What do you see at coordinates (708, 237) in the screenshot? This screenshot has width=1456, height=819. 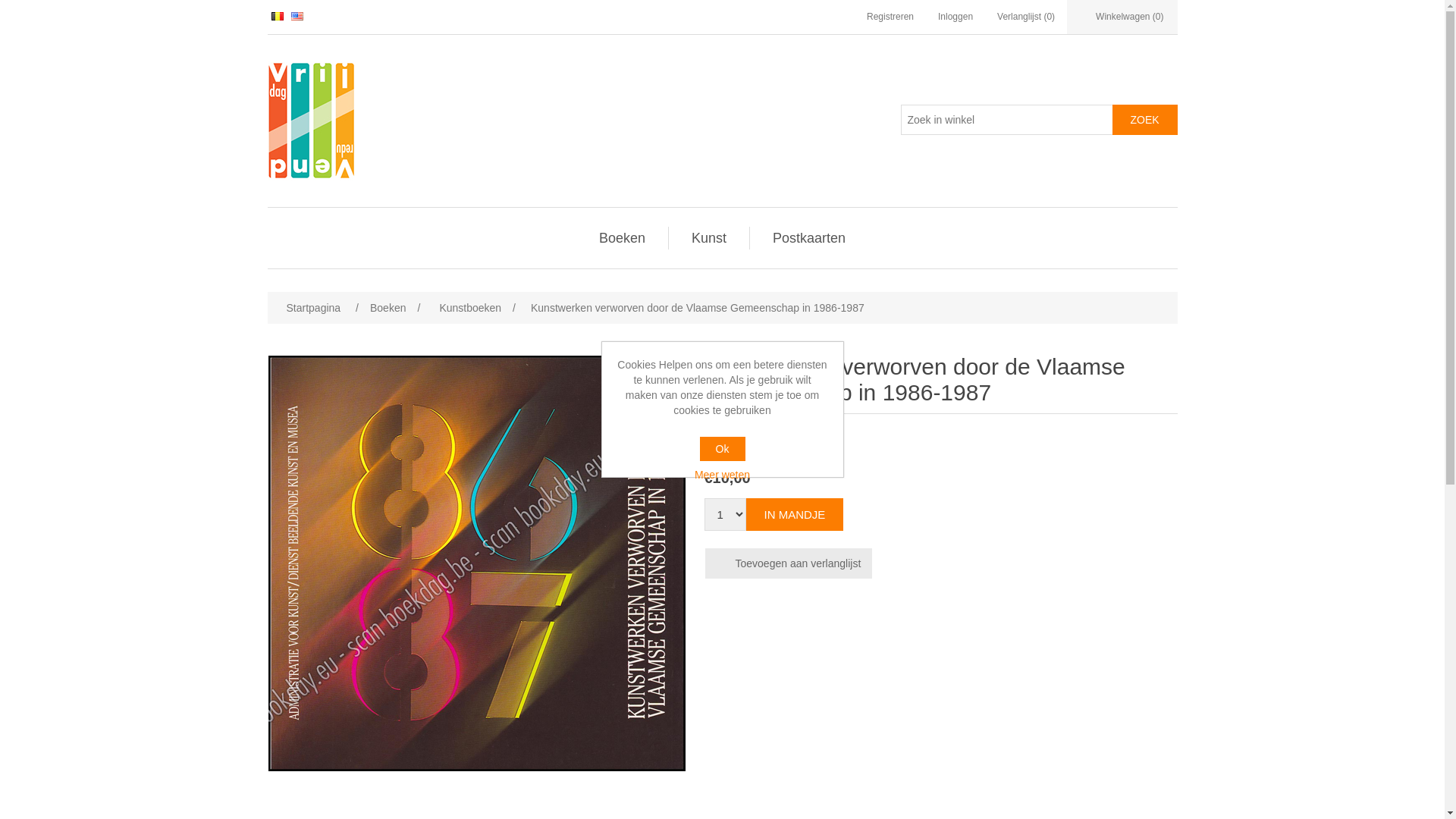 I see `'Kunst'` at bounding box center [708, 237].